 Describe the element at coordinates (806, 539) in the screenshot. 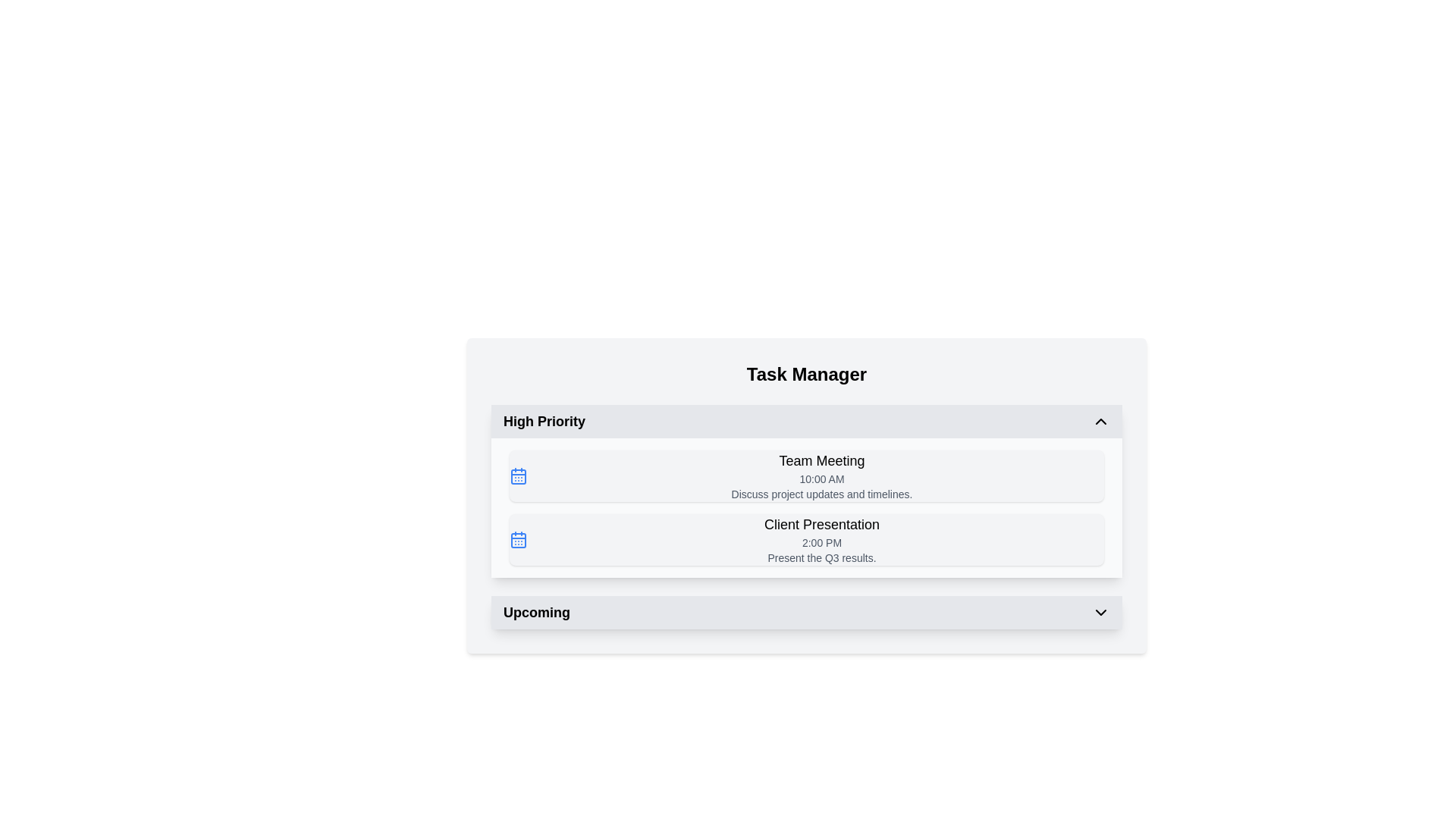

I see `the event details card located in the 'High Priority' section, which is the second card below the 'Team Meeting' card` at that location.